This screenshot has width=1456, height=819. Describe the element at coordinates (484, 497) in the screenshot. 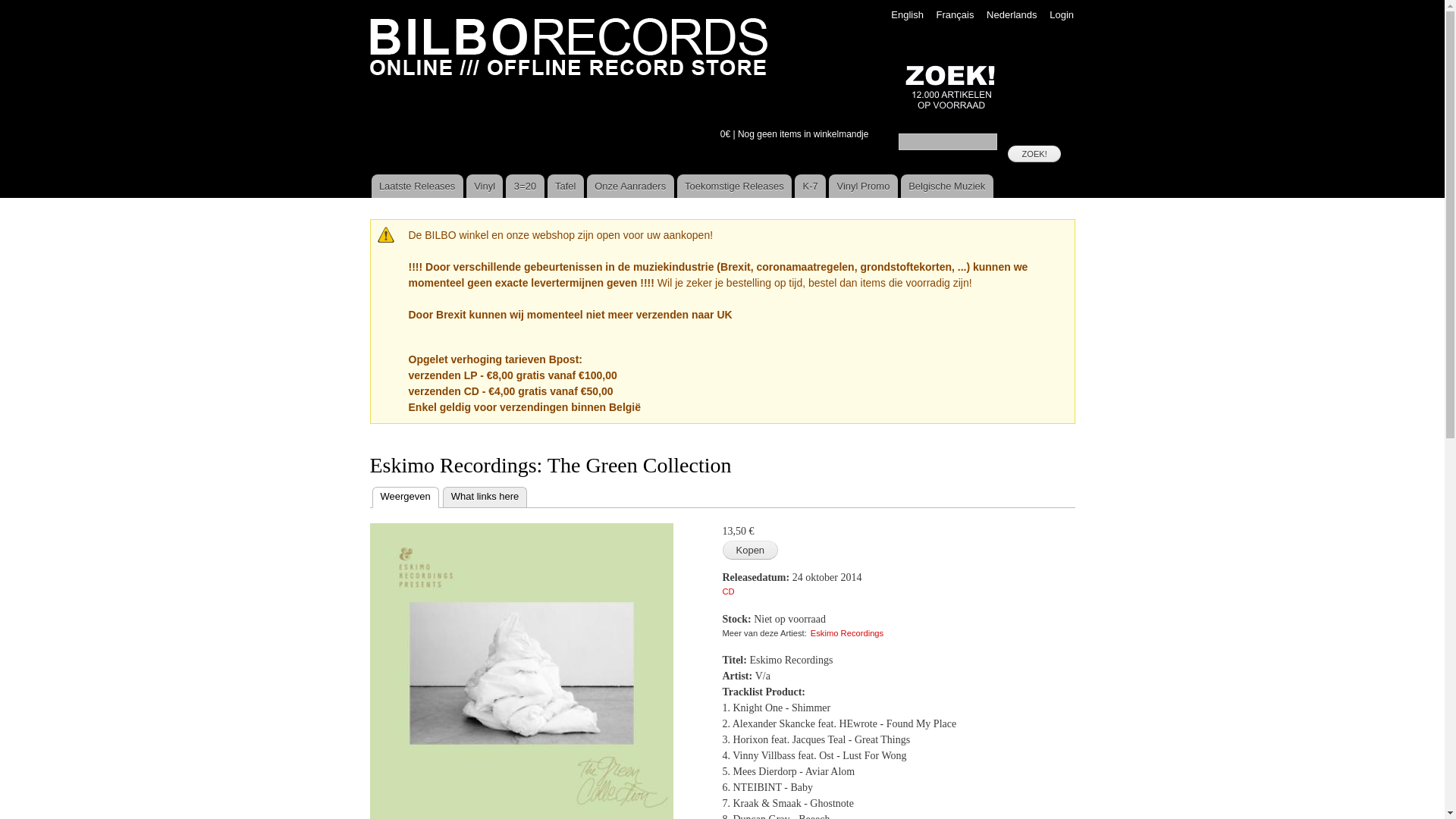

I see `'What links here'` at that location.